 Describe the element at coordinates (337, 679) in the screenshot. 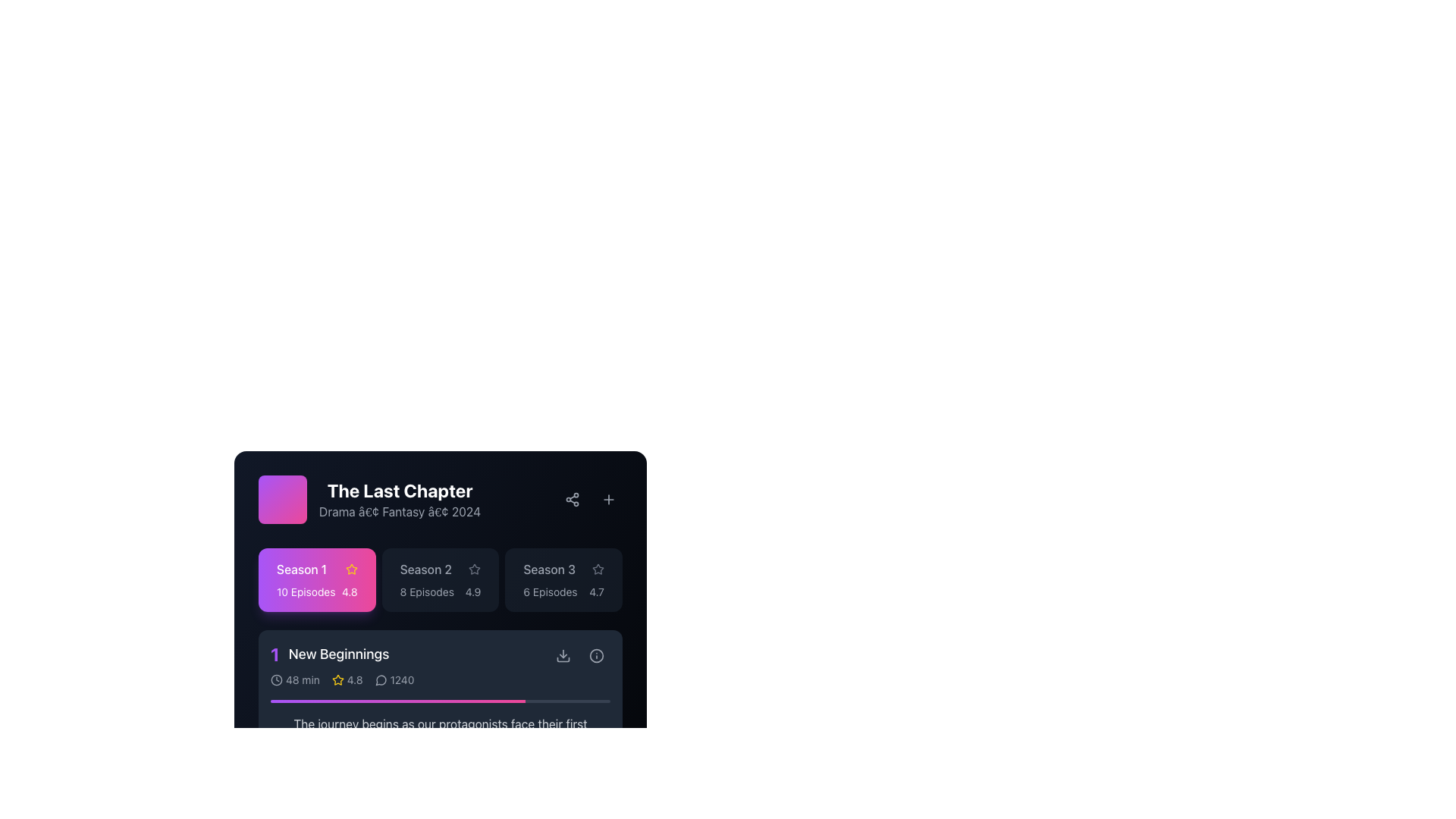

I see `the star-shaped icon with a yellow stroke, which is part of a horizontal layout containing a numerical rating of '4.8'` at that location.